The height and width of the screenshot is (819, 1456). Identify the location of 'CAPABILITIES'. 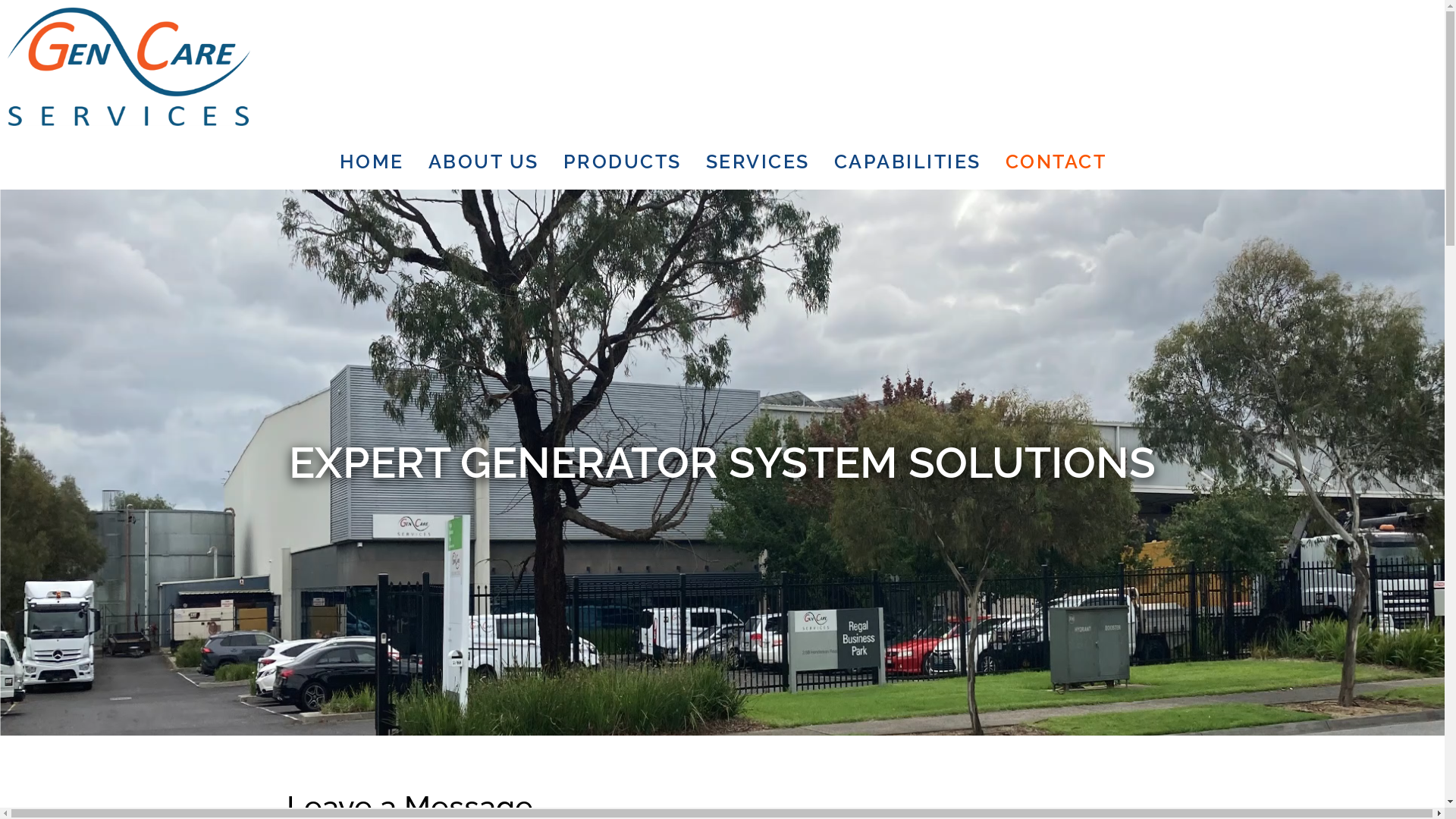
(907, 161).